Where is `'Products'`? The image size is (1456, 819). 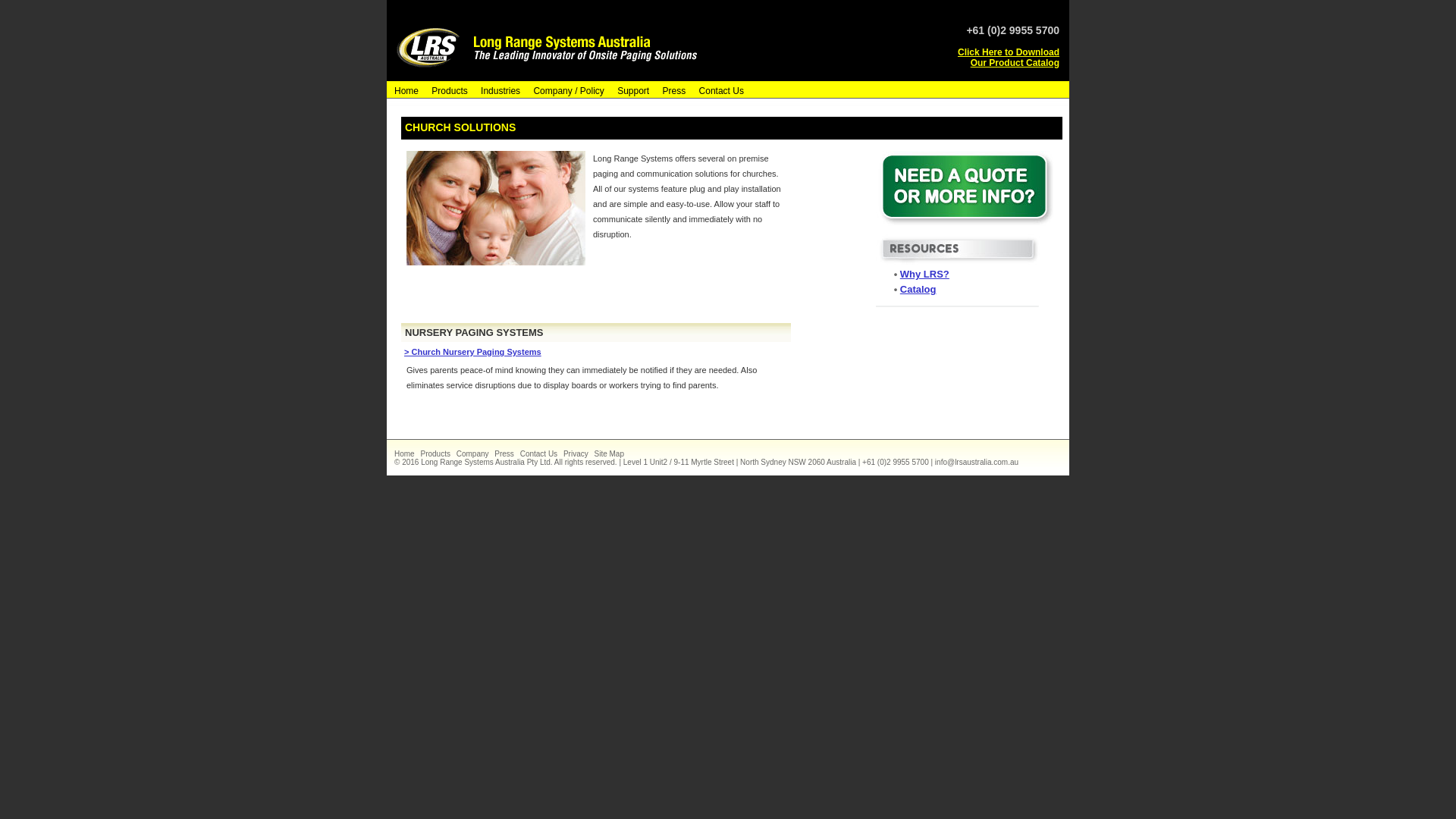 'Products' is located at coordinates (446, 90).